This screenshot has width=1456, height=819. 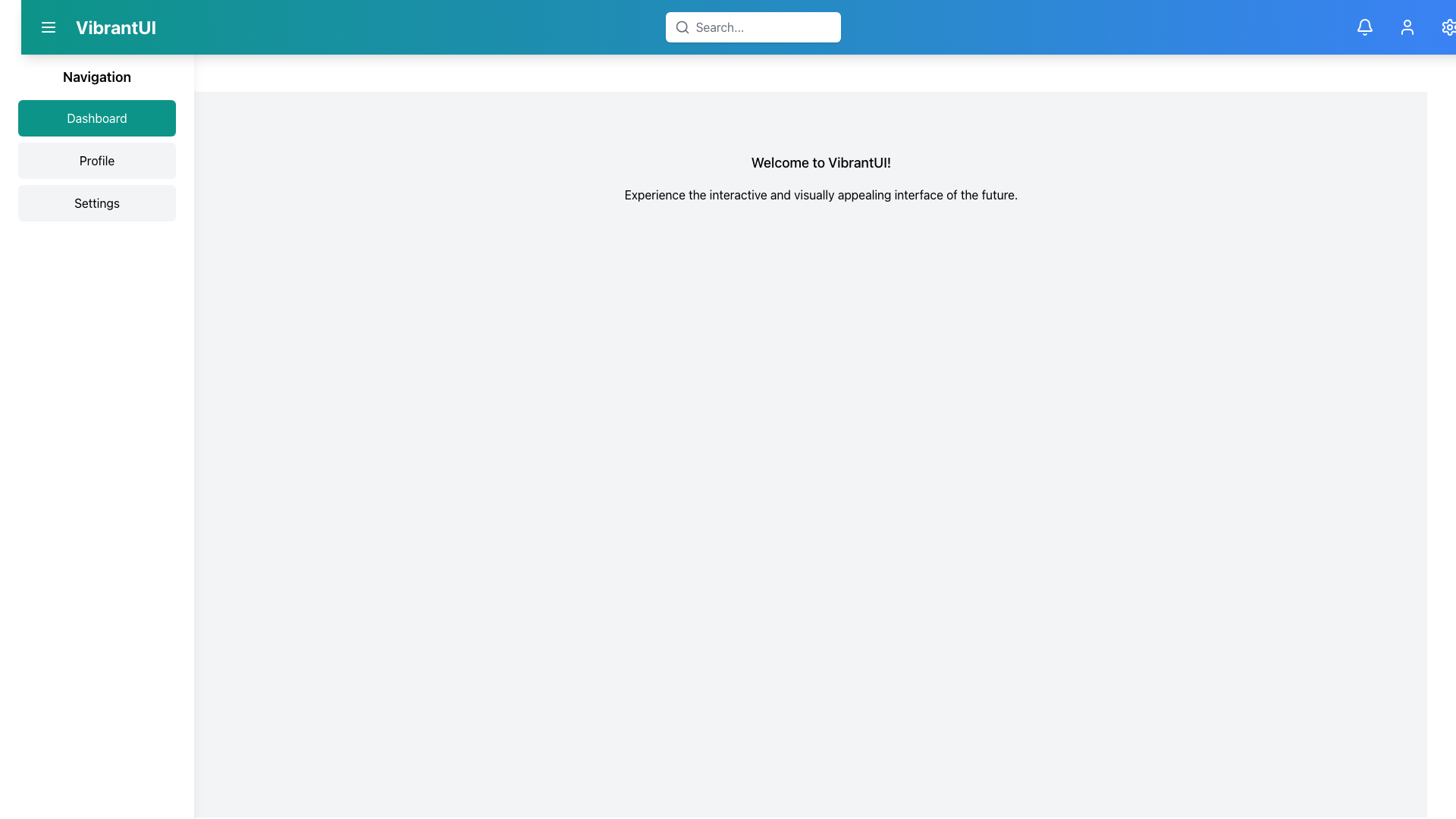 I want to click on the search icon located within the search bar at the top-center of the page, aligned towards the left side near the placeholder text 'Search...', so click(x=681, y=27).